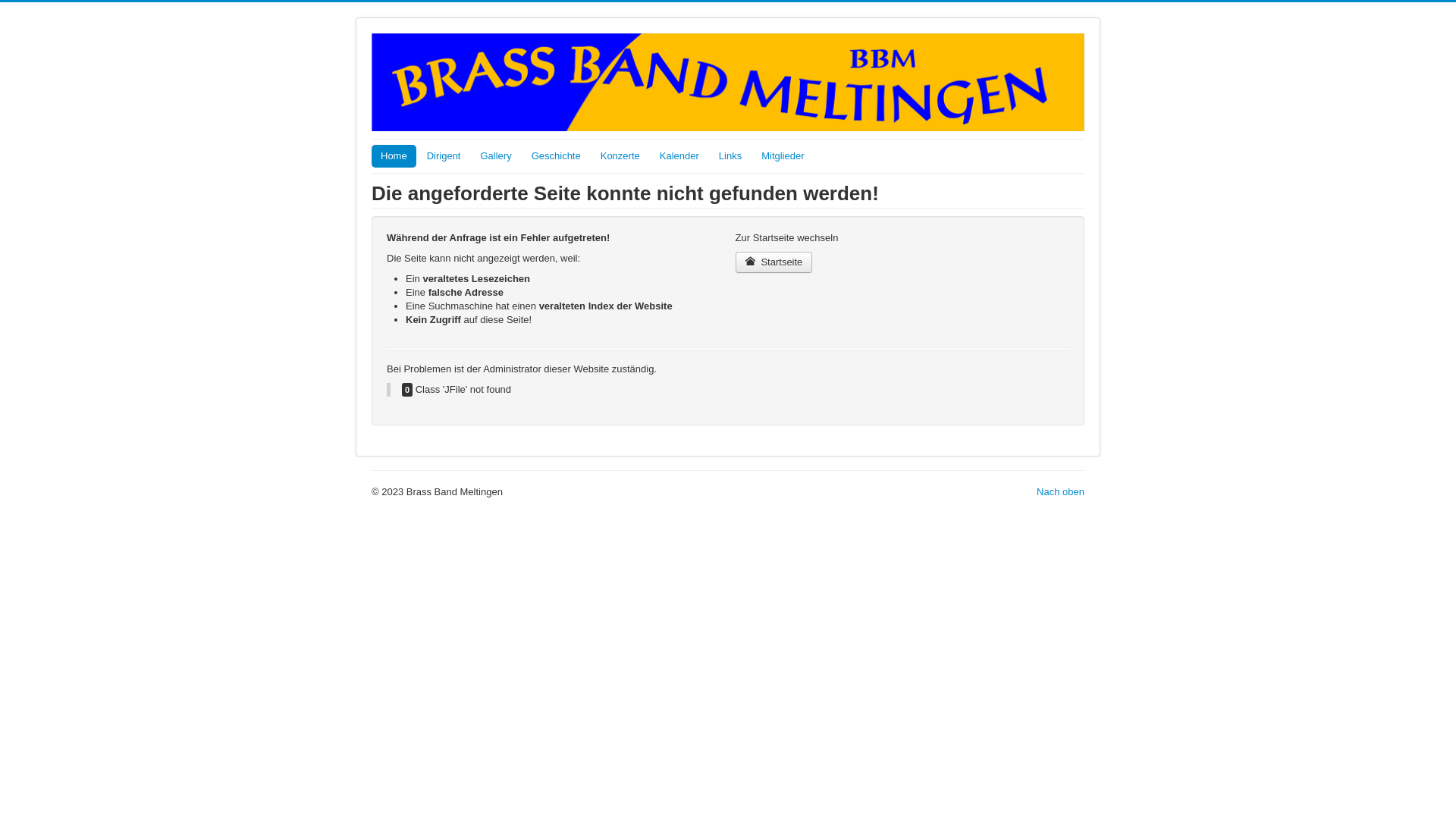 Image resolution: width=1456 pixels, height=819 pixels. I want to click on 'Nach oben', so click(1059, 491).